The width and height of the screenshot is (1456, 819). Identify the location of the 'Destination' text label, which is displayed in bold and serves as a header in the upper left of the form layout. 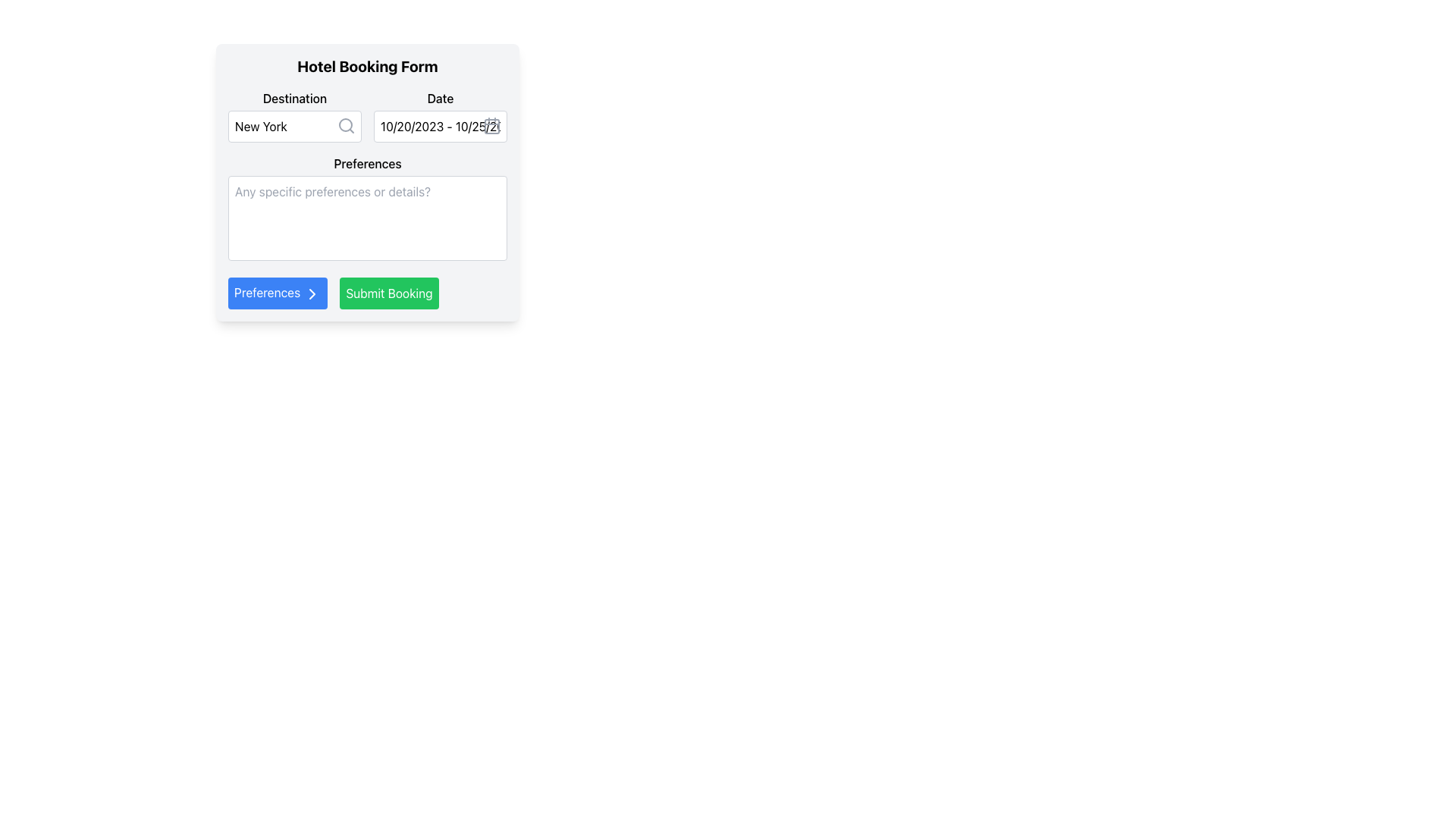
(294, 99).